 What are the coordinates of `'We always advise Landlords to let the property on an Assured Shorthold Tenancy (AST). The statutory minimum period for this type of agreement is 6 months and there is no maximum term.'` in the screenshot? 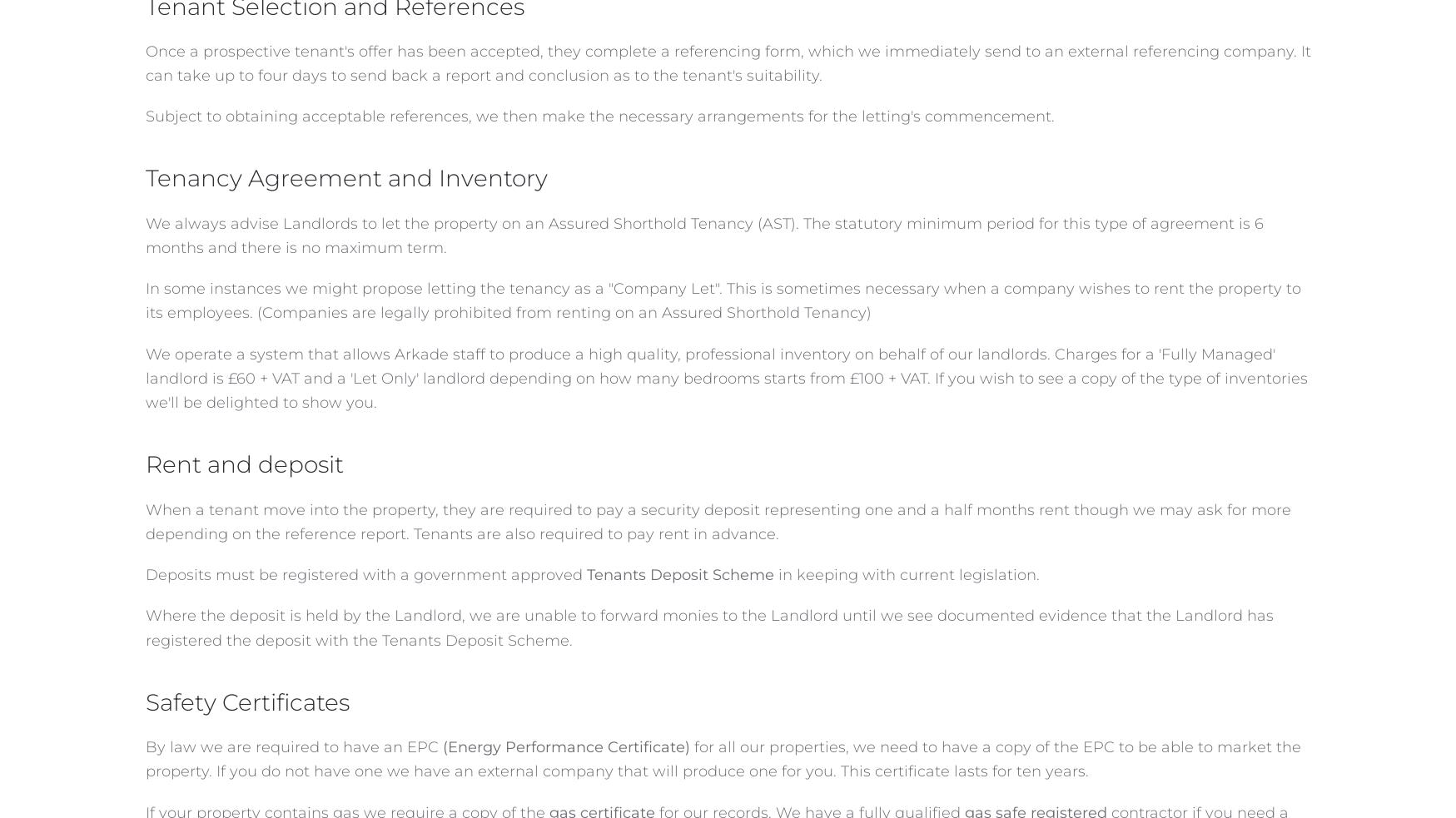 It's located at (703, 235).